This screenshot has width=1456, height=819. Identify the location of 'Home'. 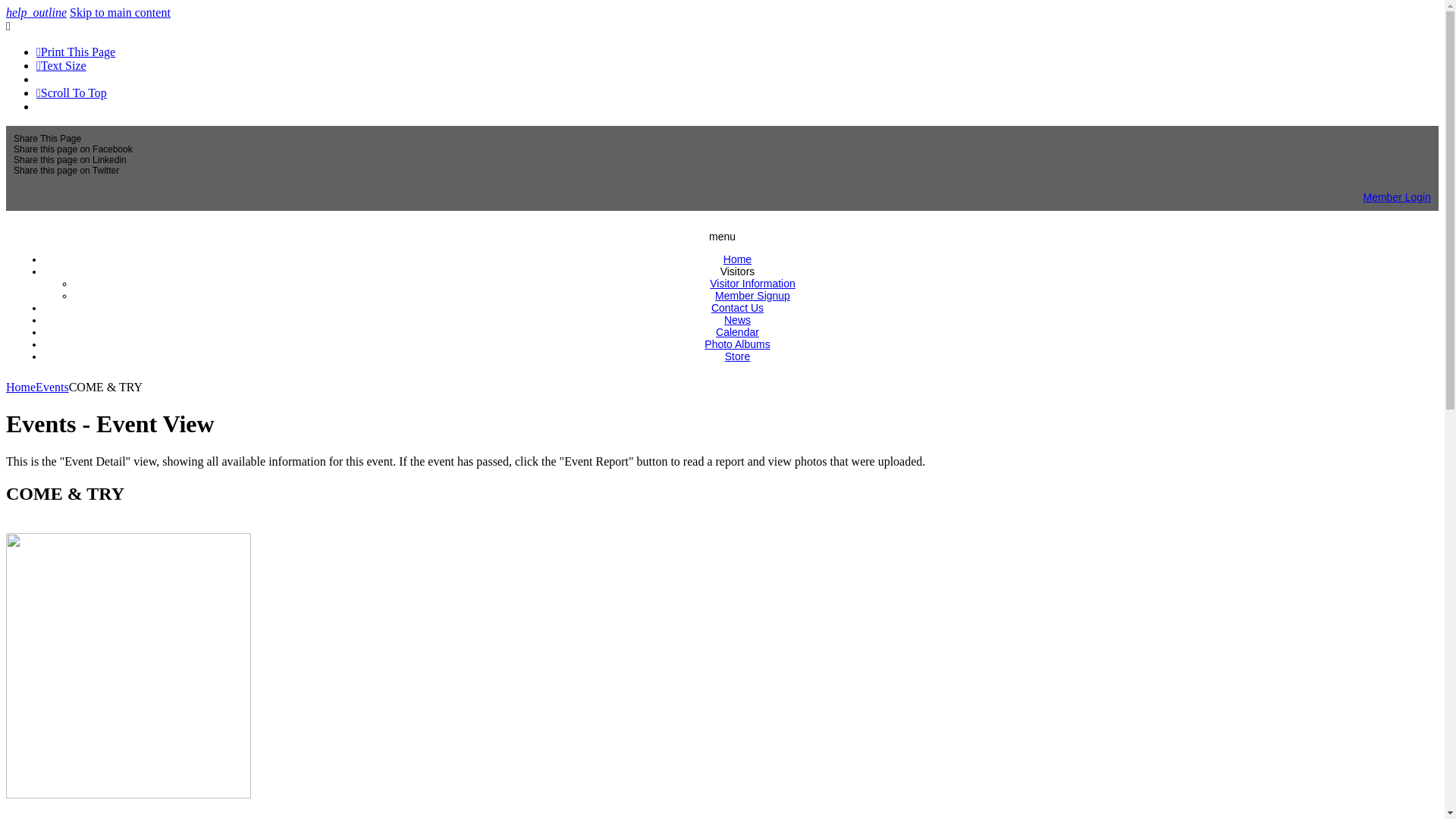
(737, 259).